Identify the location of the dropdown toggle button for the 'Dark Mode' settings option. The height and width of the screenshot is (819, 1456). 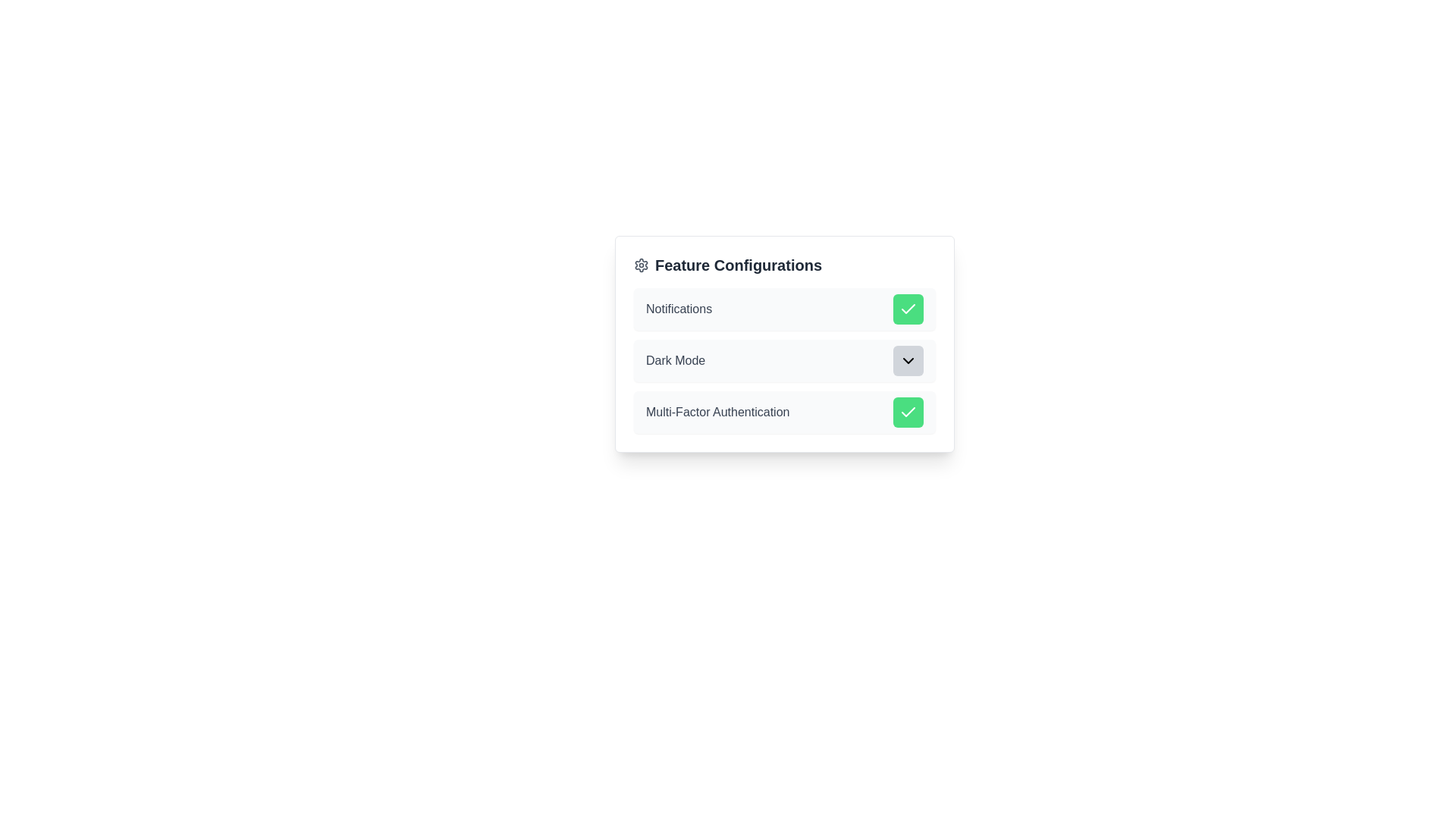
(785, 360).